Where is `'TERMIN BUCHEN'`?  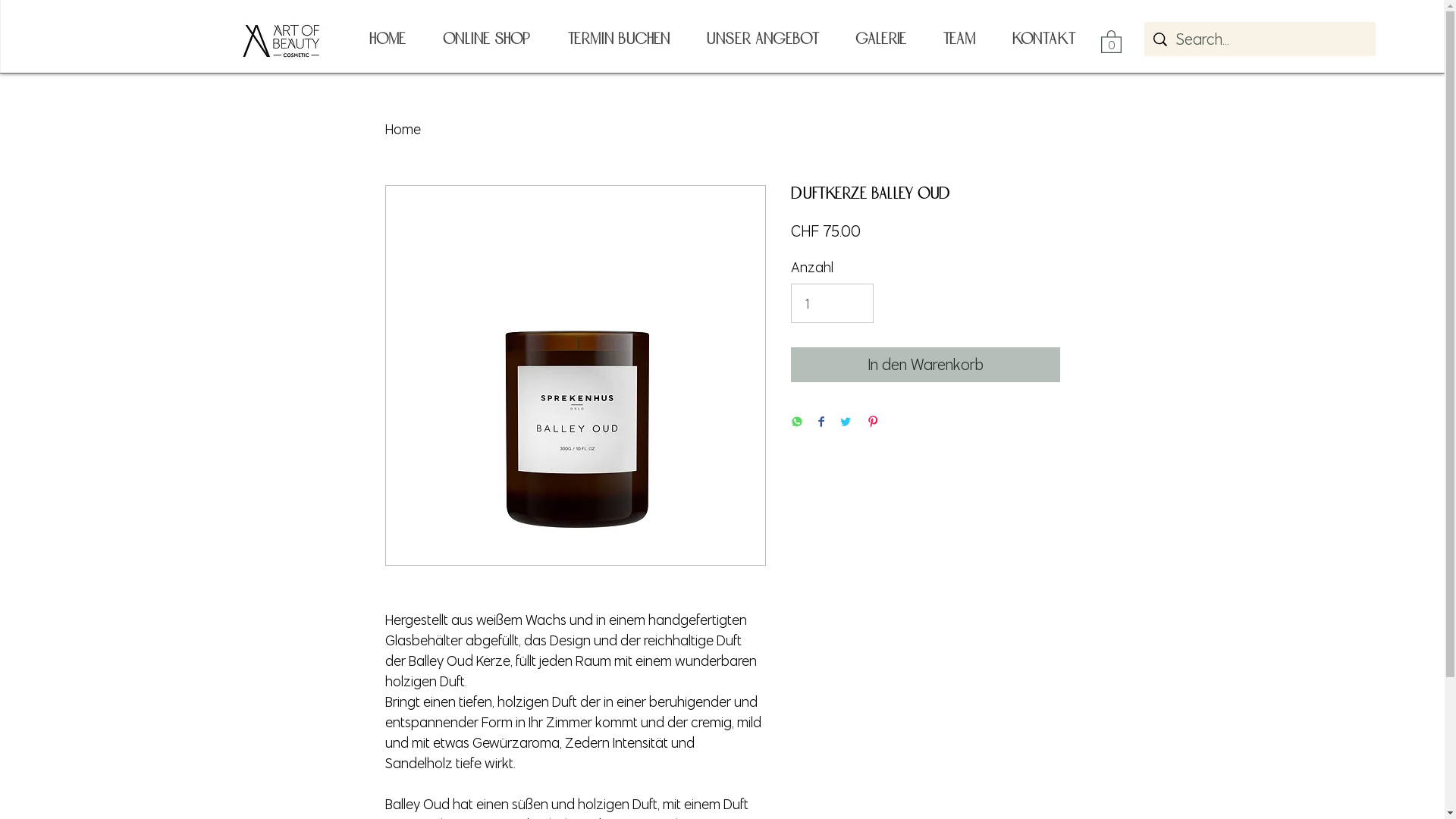 'TERMIN BUCHEN' is located at coordinates (617, 38).